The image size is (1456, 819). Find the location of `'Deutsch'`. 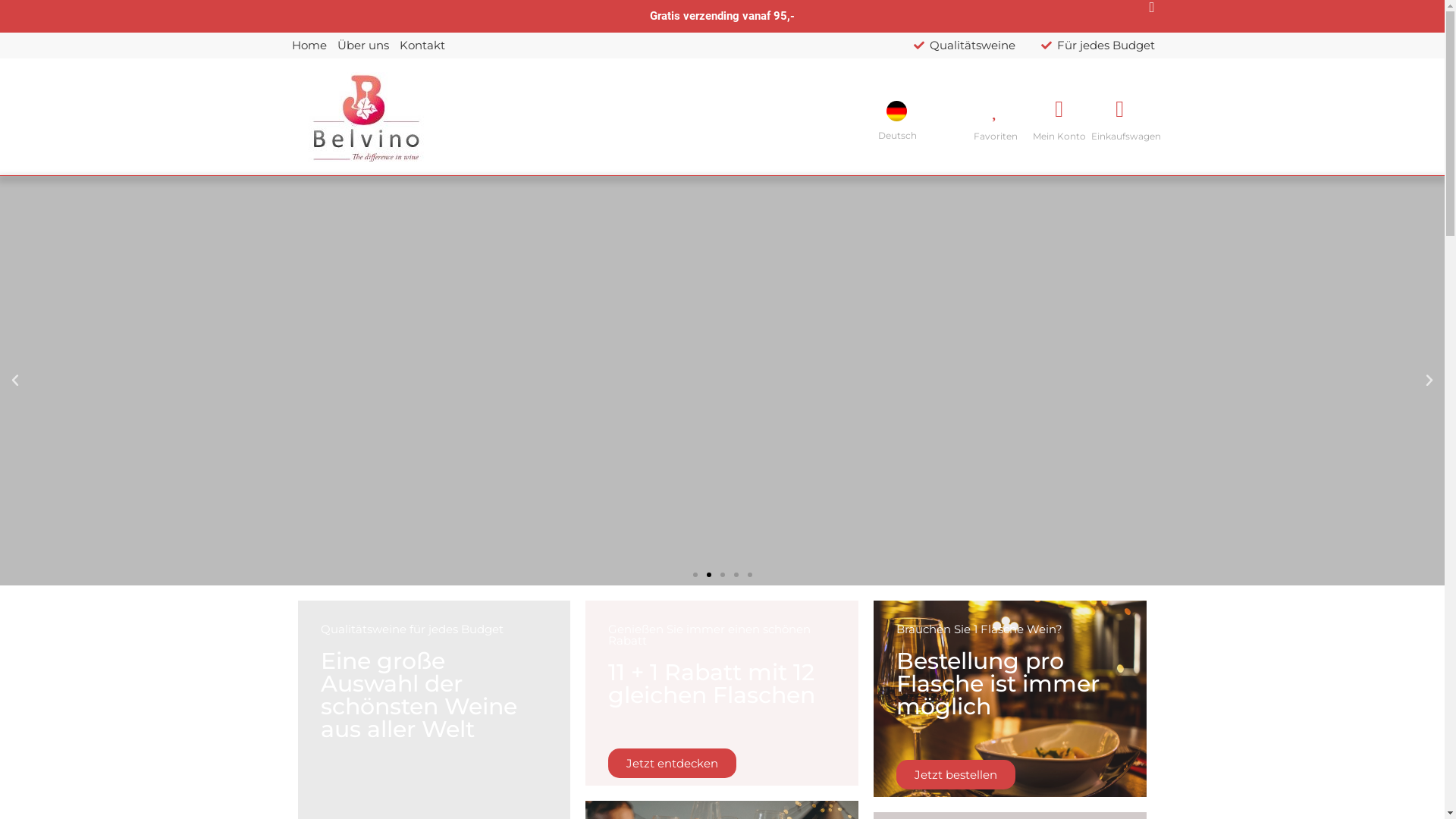

'Deutsch' is located at coordinates (901, 116).